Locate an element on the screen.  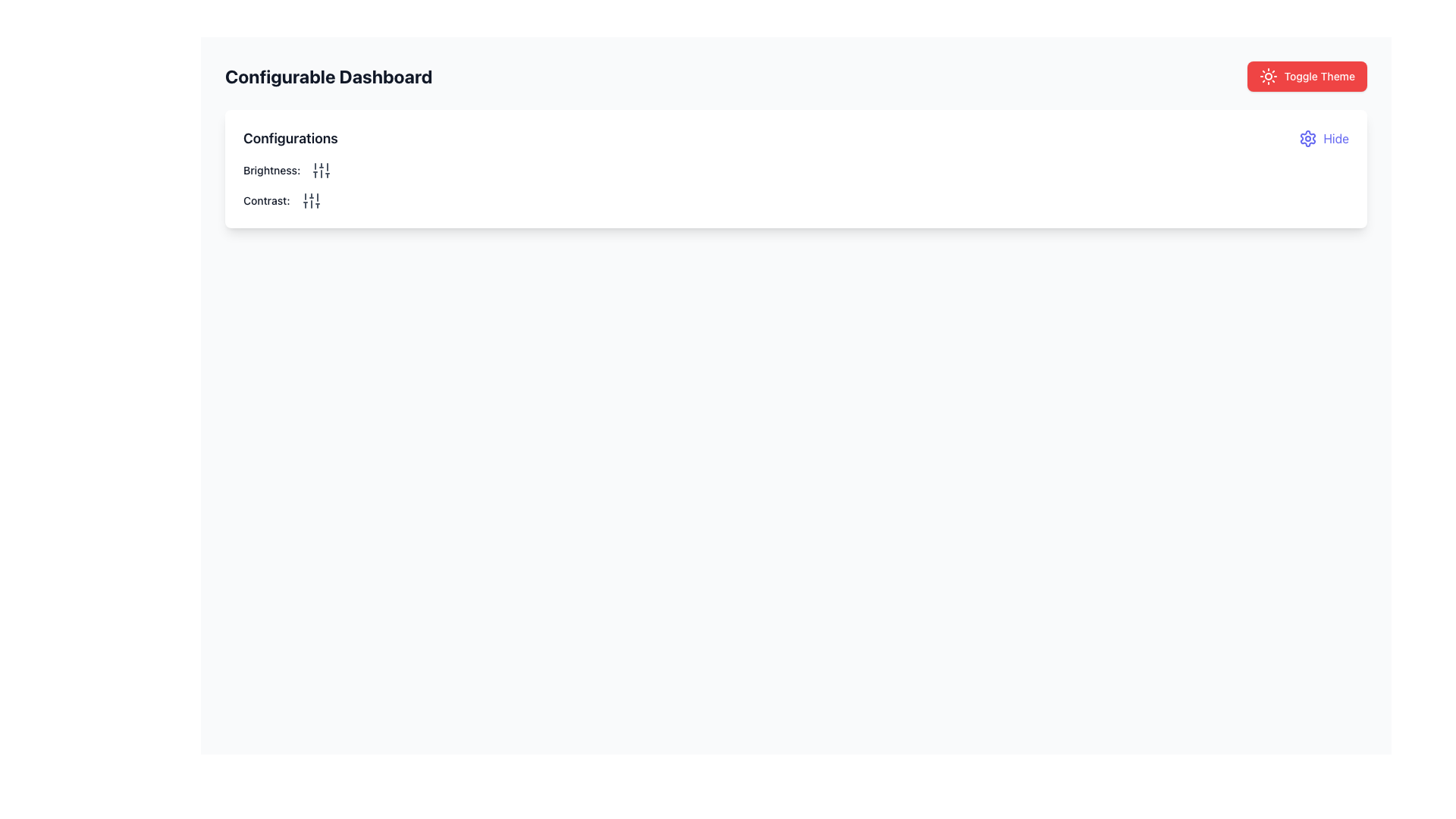
the 'Brightness:' text label in the Configurations section of the dashboard, which is the first item in the list and left-aligned with brightness control elements is located at coordinates (271, 170).